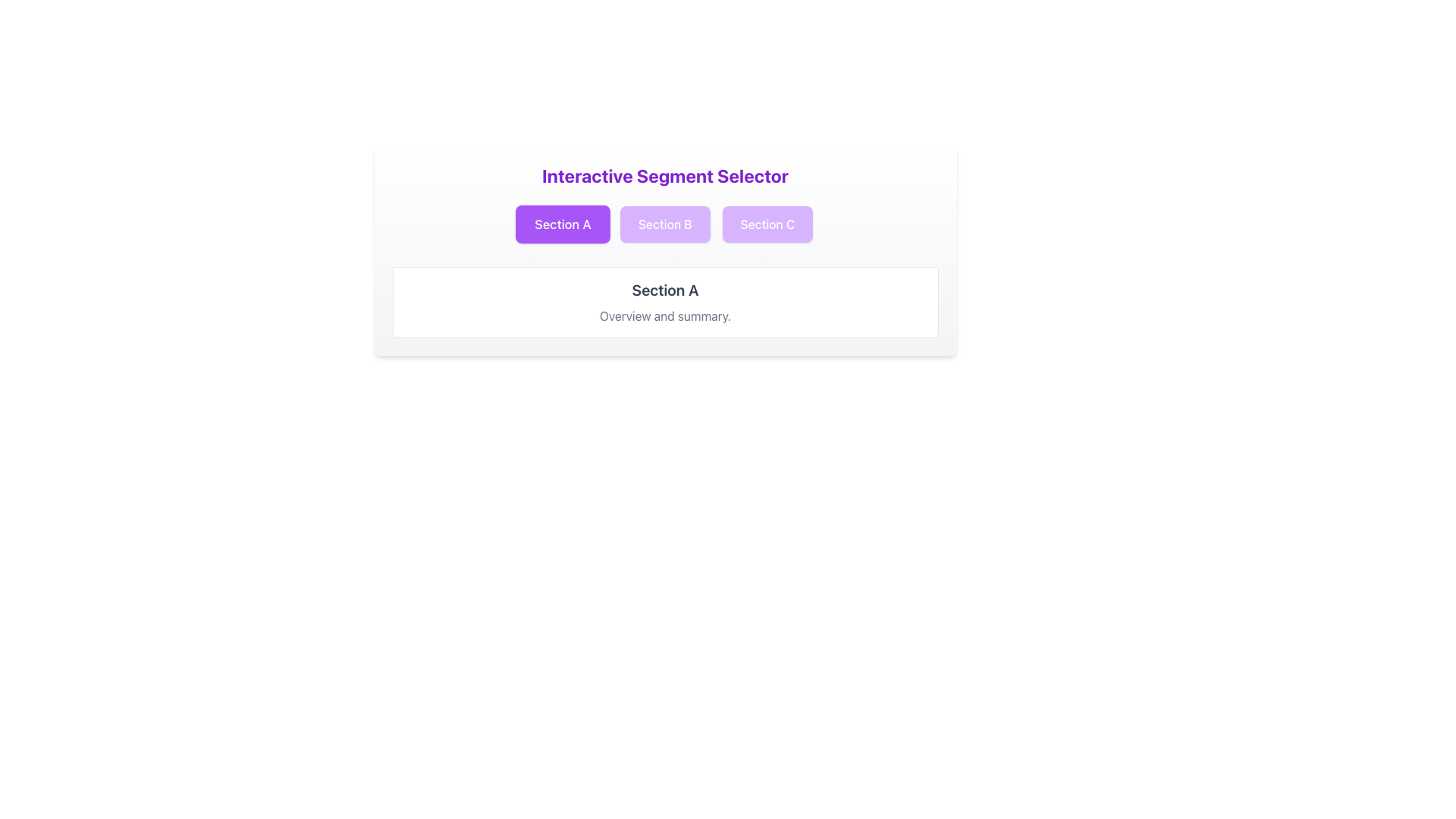 Image resolution: width=1456 pixels, height=819 pixels. What do you see at coordinates (665, 224) in the screenshot?
I see `the 'Section B' button, which is a rectangle-shaped button with rounded corners, light purple background, and white text` at bounding box center [665, 224].